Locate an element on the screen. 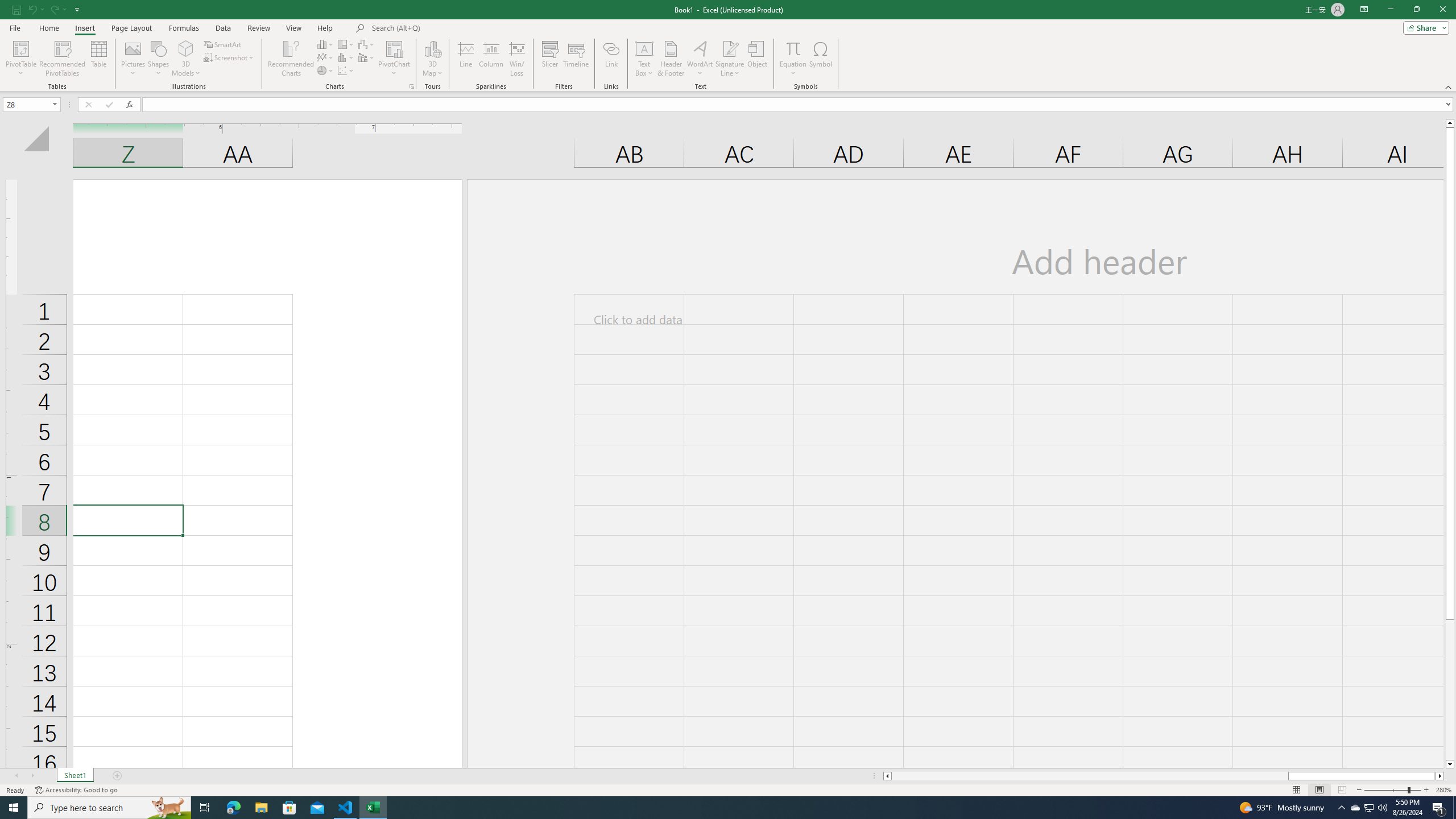 The height and width of the screenshot is (819, 1456). 'SmartArt...' is located at coordinates (222, 44).